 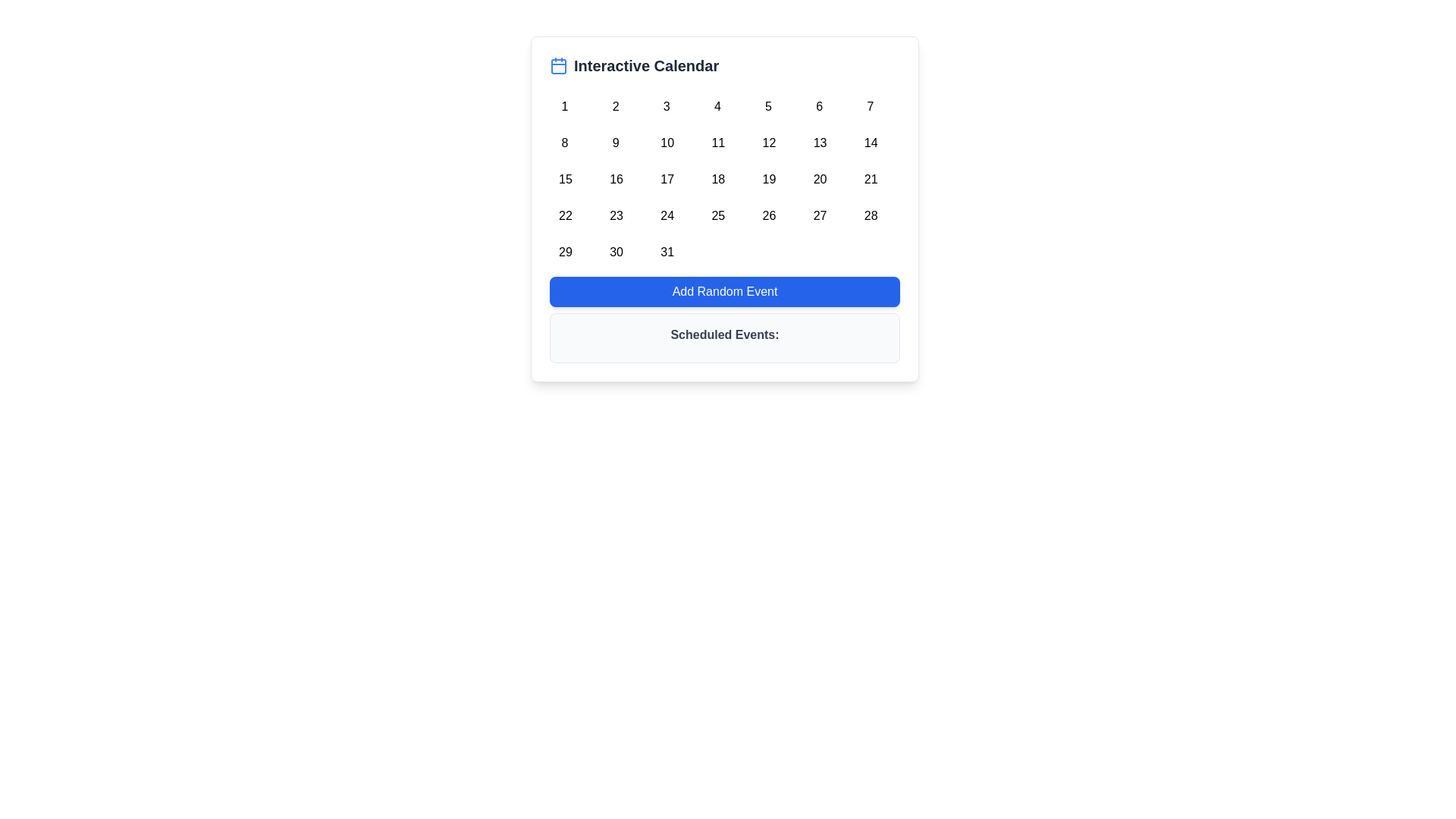 I want to click on the button representing the 18th day in the calendar, so click(x=717, y=175).